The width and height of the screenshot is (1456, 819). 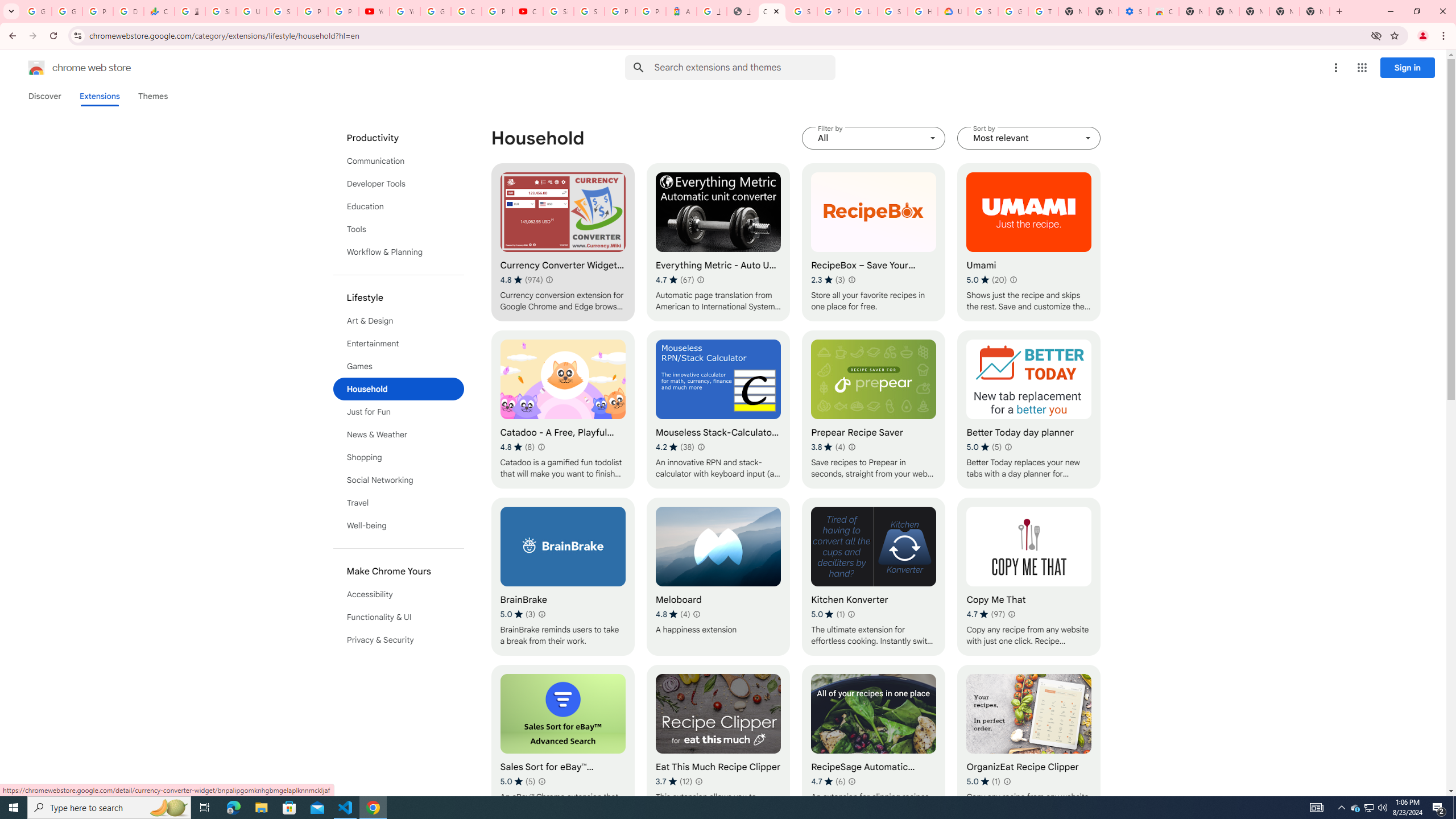 I want to click on 'Learn more about results and reviews "Umami"', so click(x=1013, y=279).